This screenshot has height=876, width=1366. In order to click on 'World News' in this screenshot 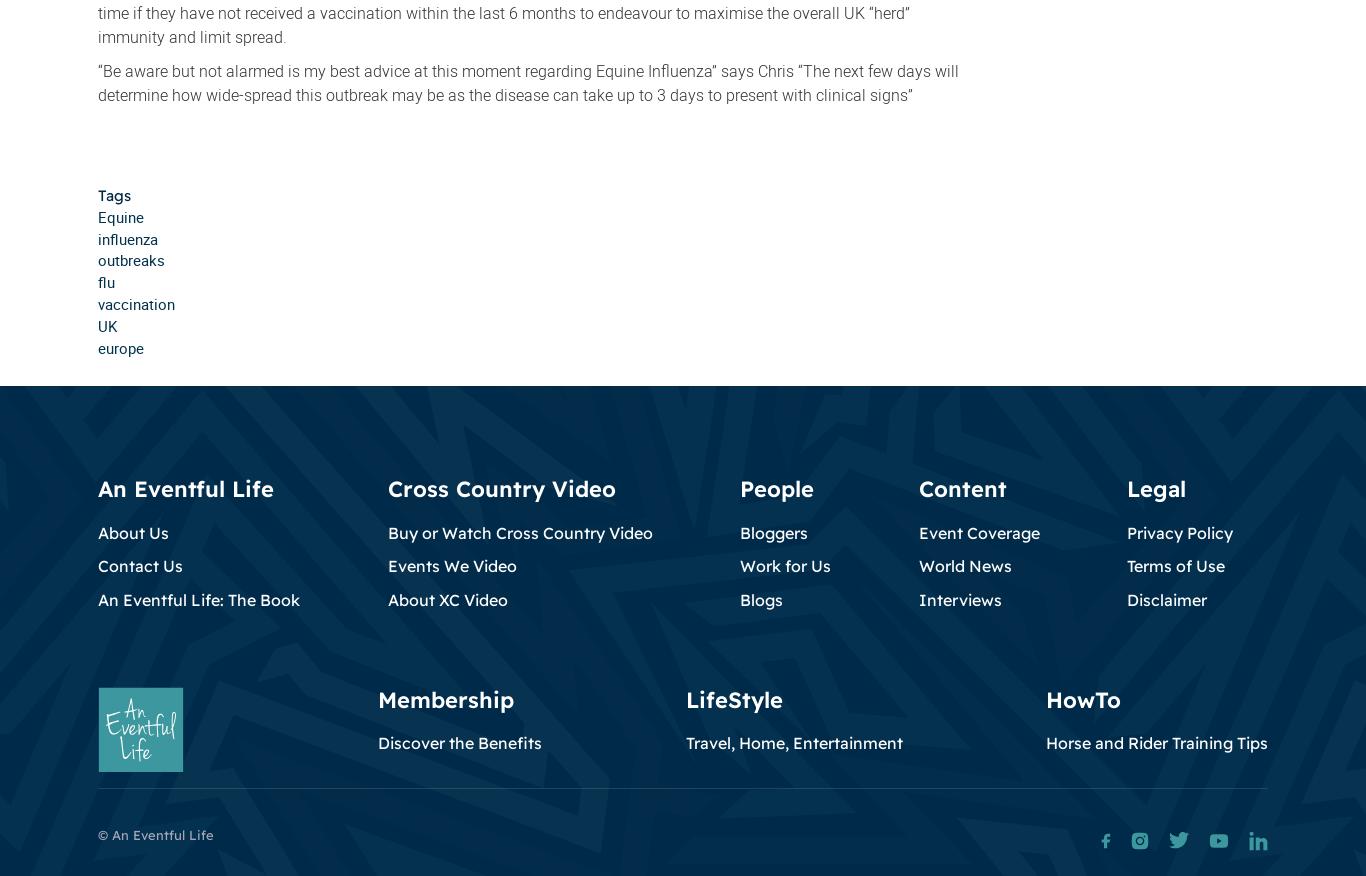, I will do `click(964, 564)`.